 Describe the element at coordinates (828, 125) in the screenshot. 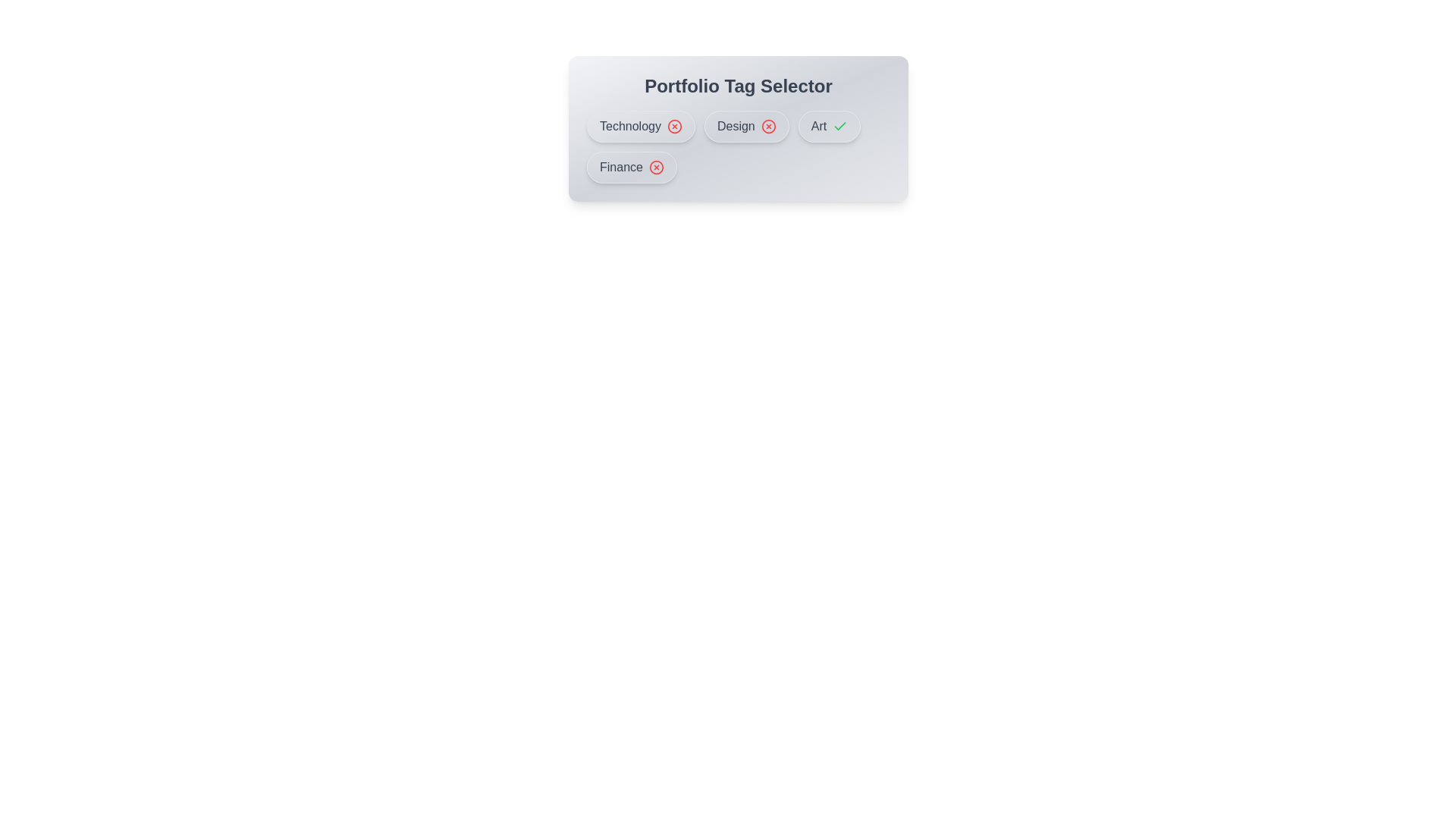

I see `the tag Art` at that location.